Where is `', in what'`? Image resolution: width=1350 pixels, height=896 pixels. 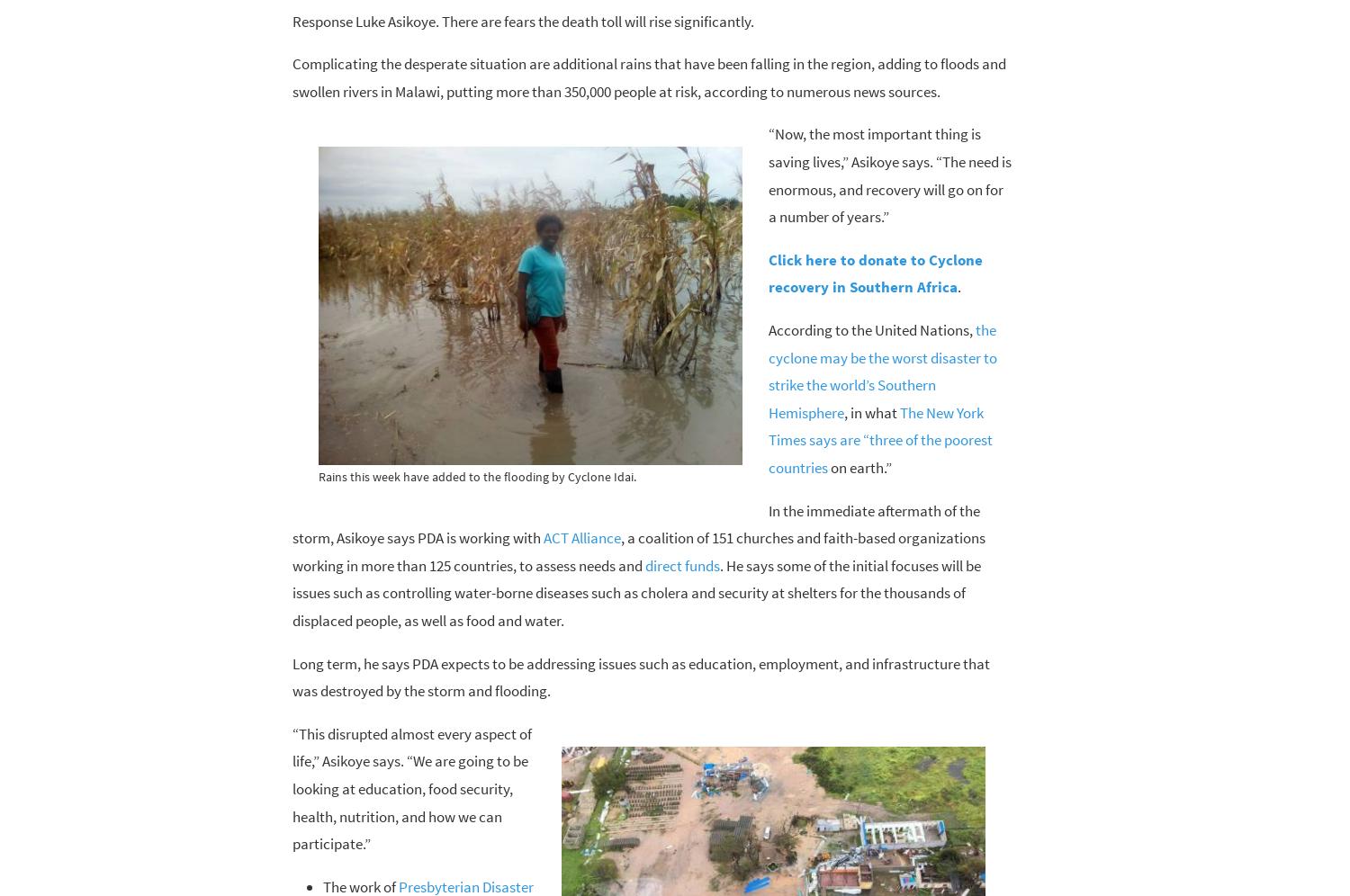
', in what' is located at coordinates (869, 410).